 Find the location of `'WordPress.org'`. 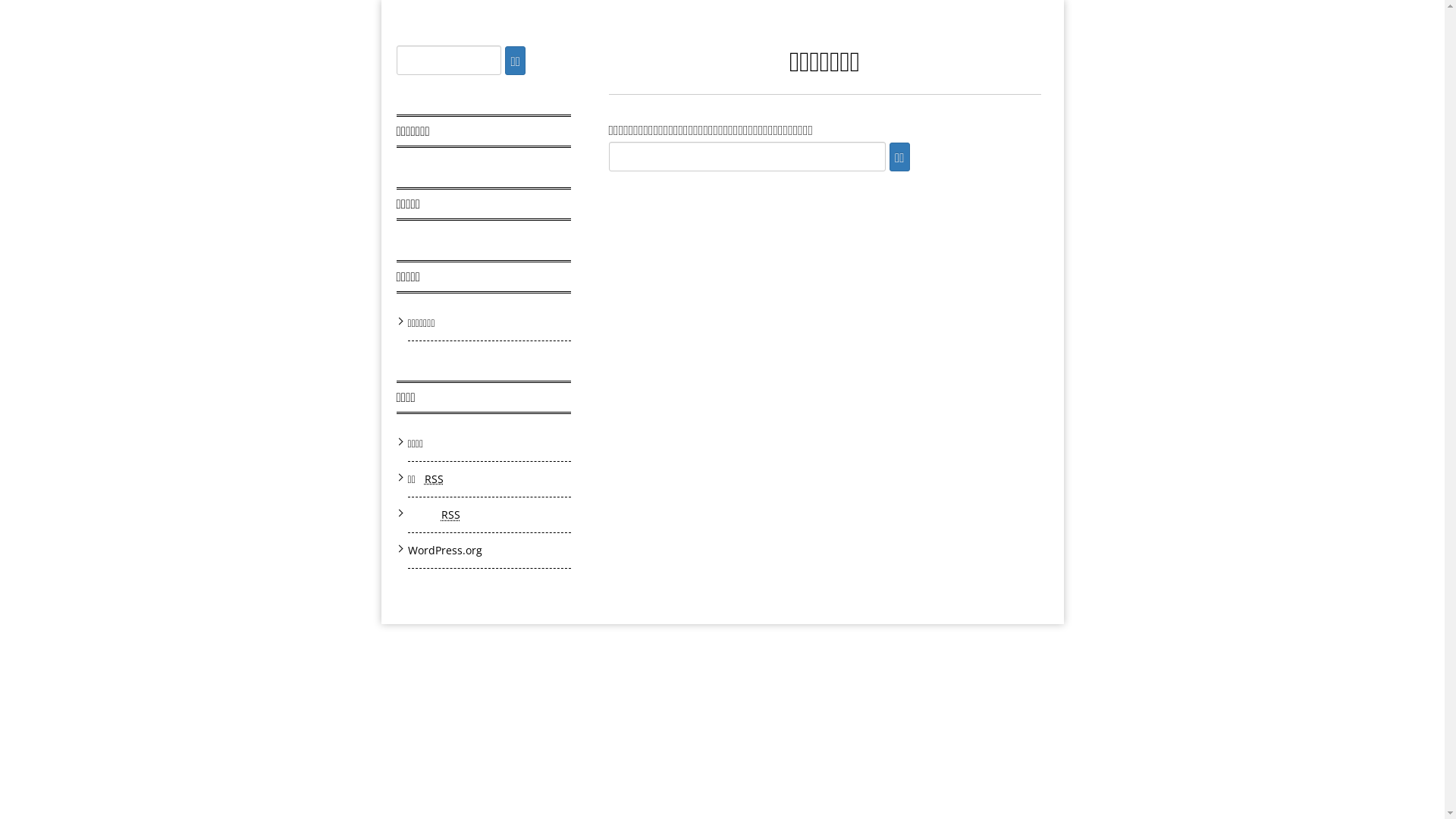

'WordPress.org' is located at coordinates (444, 550).